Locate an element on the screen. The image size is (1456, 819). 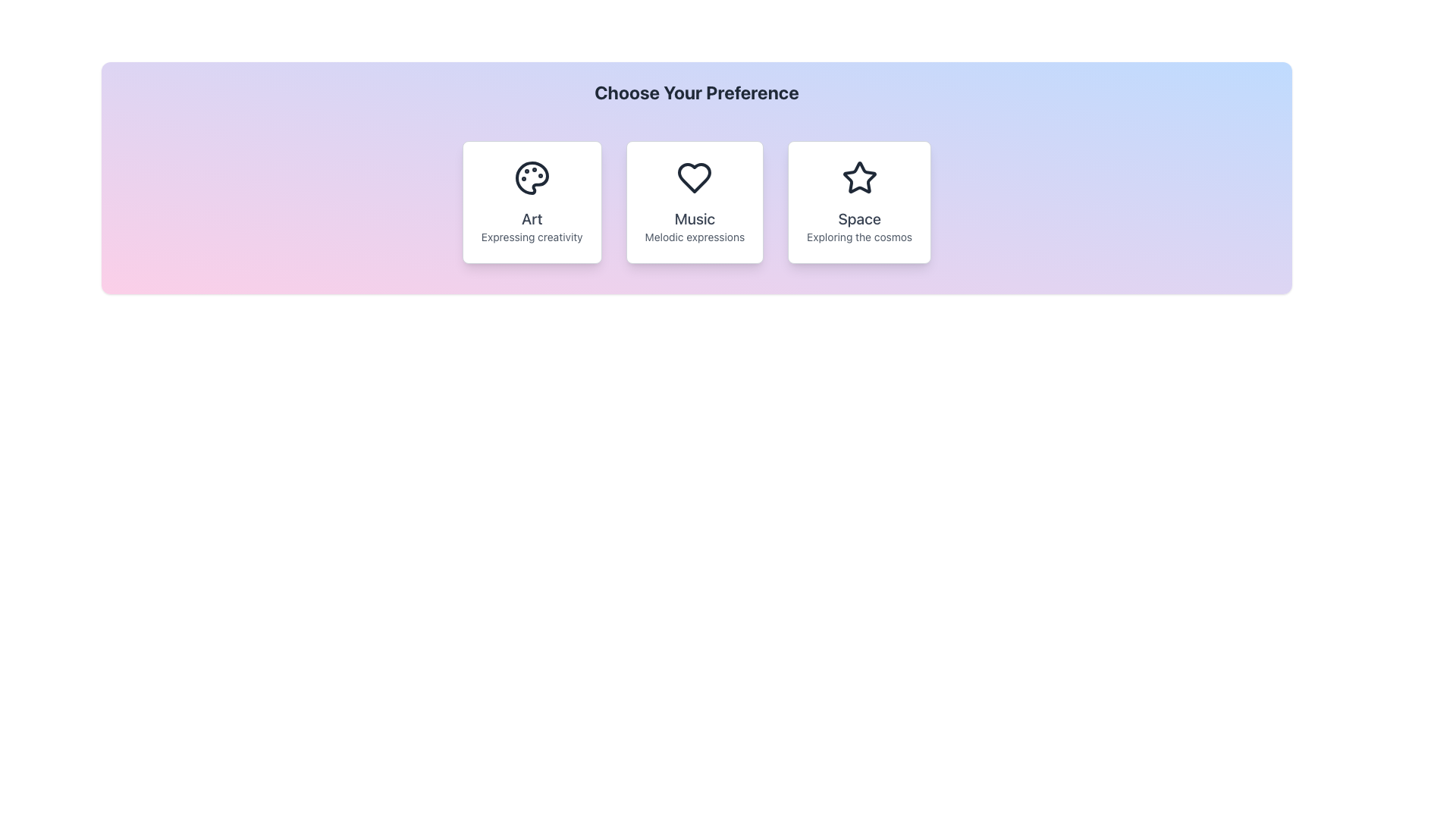
the 'Art' Option Card, which is the first card in a horizontal list of options including 'Music' and 'Space' is located at coordinates (532, 201).